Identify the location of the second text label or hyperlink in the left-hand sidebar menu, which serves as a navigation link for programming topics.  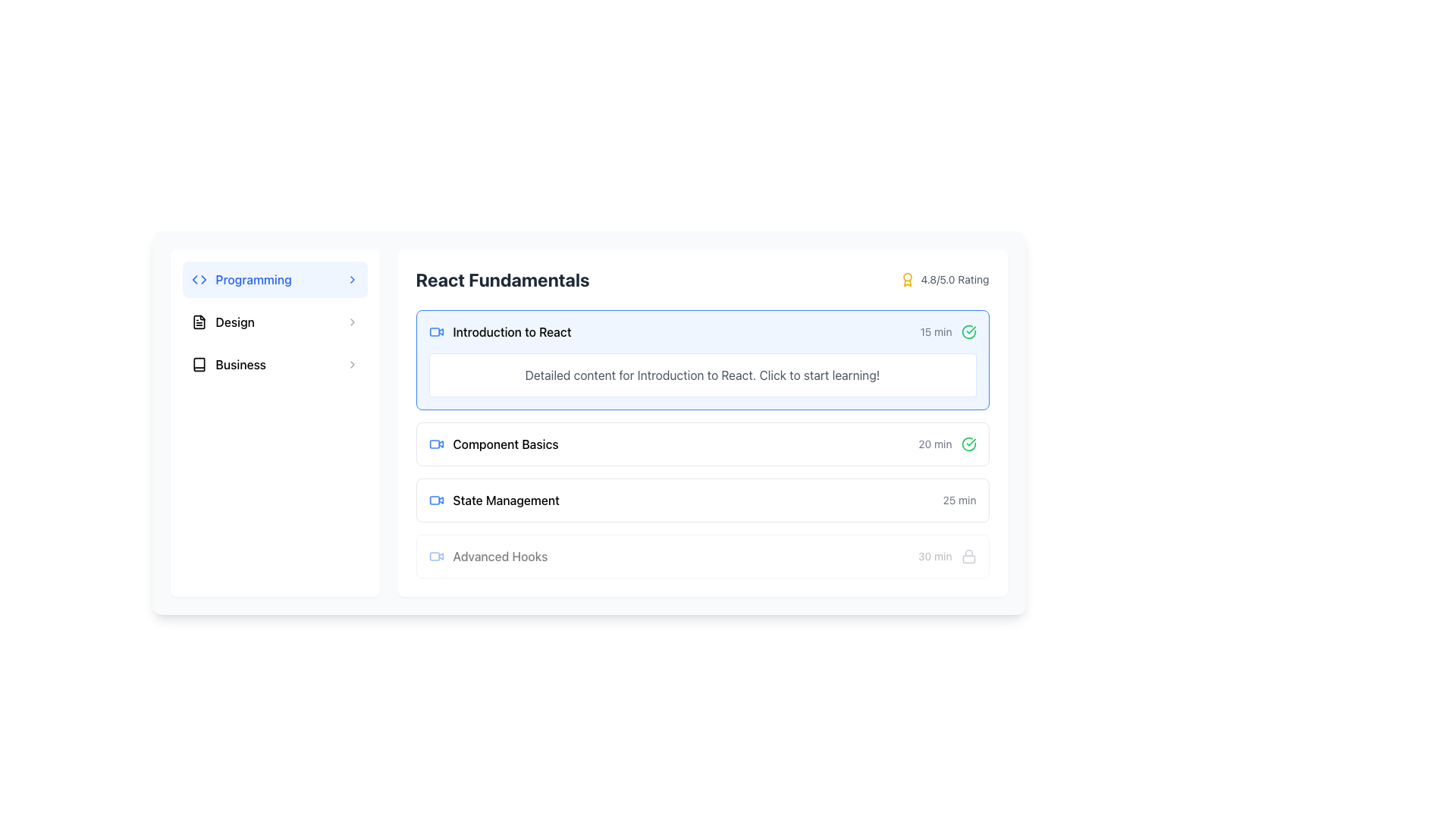
(253, 280).